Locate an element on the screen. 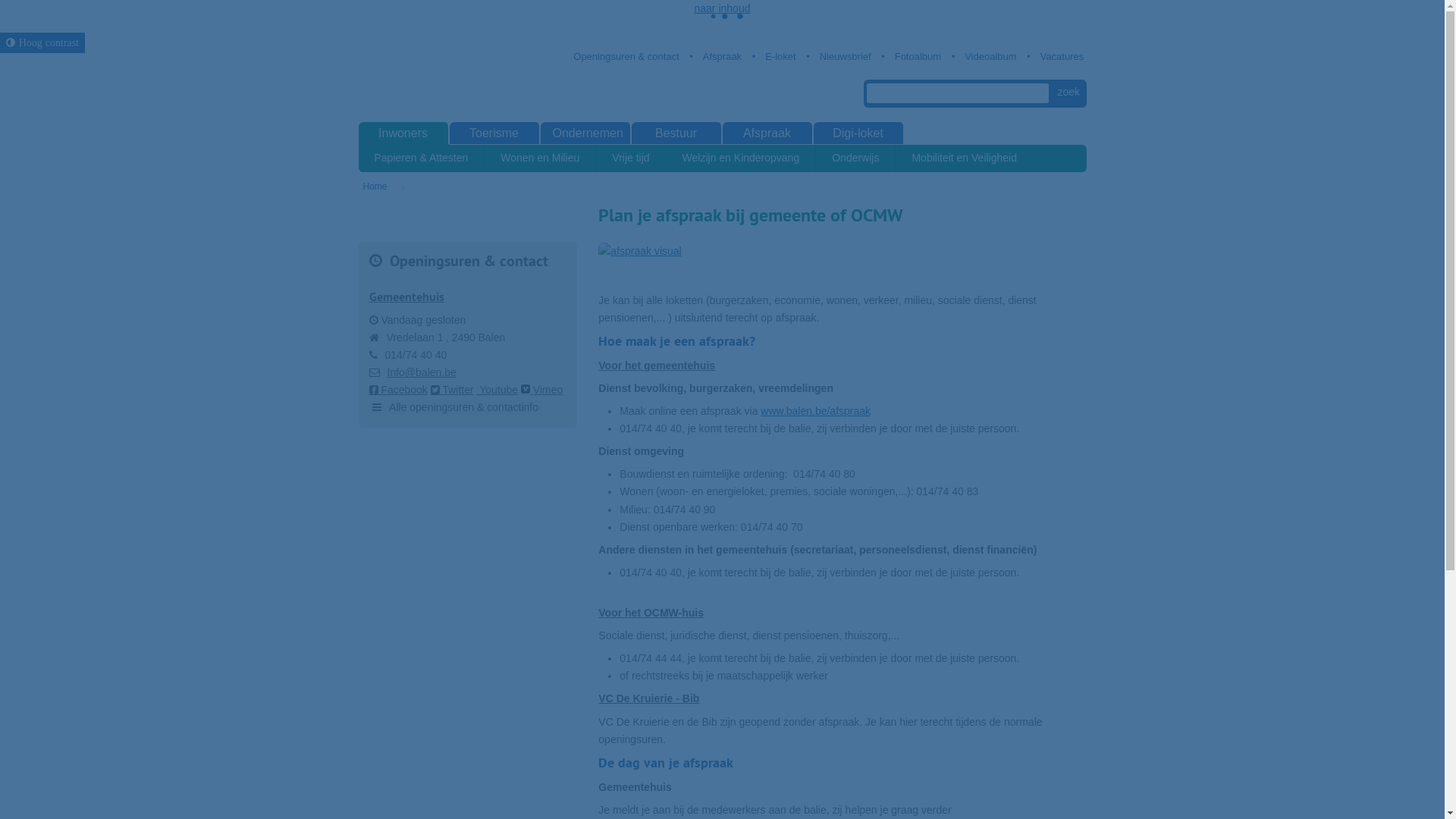 Image resolution: width=1456 pixels, height=819 pixels. 'Nieuwsbrief' is located at coordinates (803, 55).